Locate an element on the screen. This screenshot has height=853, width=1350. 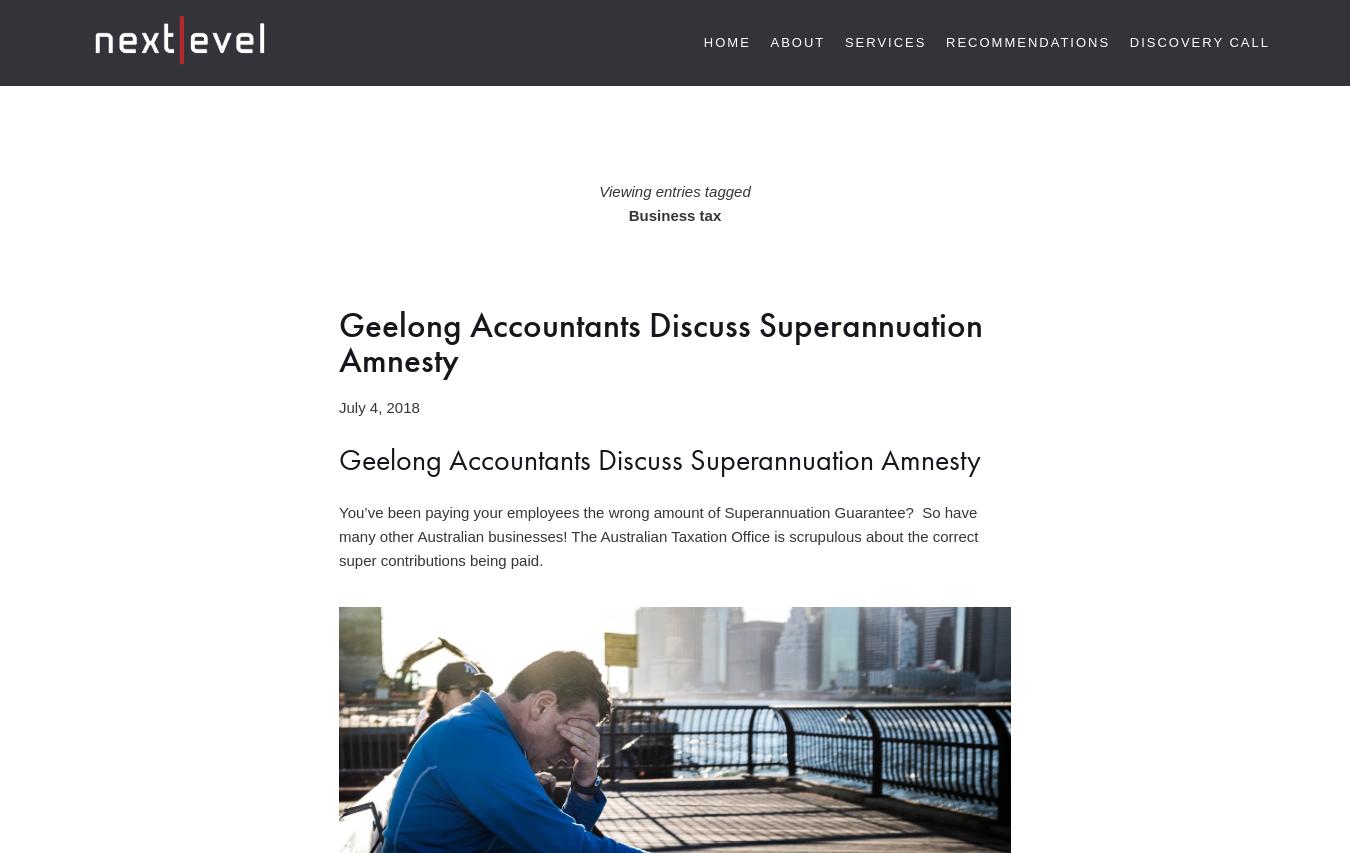
'Business tax' is located at coordinates (674, 214).